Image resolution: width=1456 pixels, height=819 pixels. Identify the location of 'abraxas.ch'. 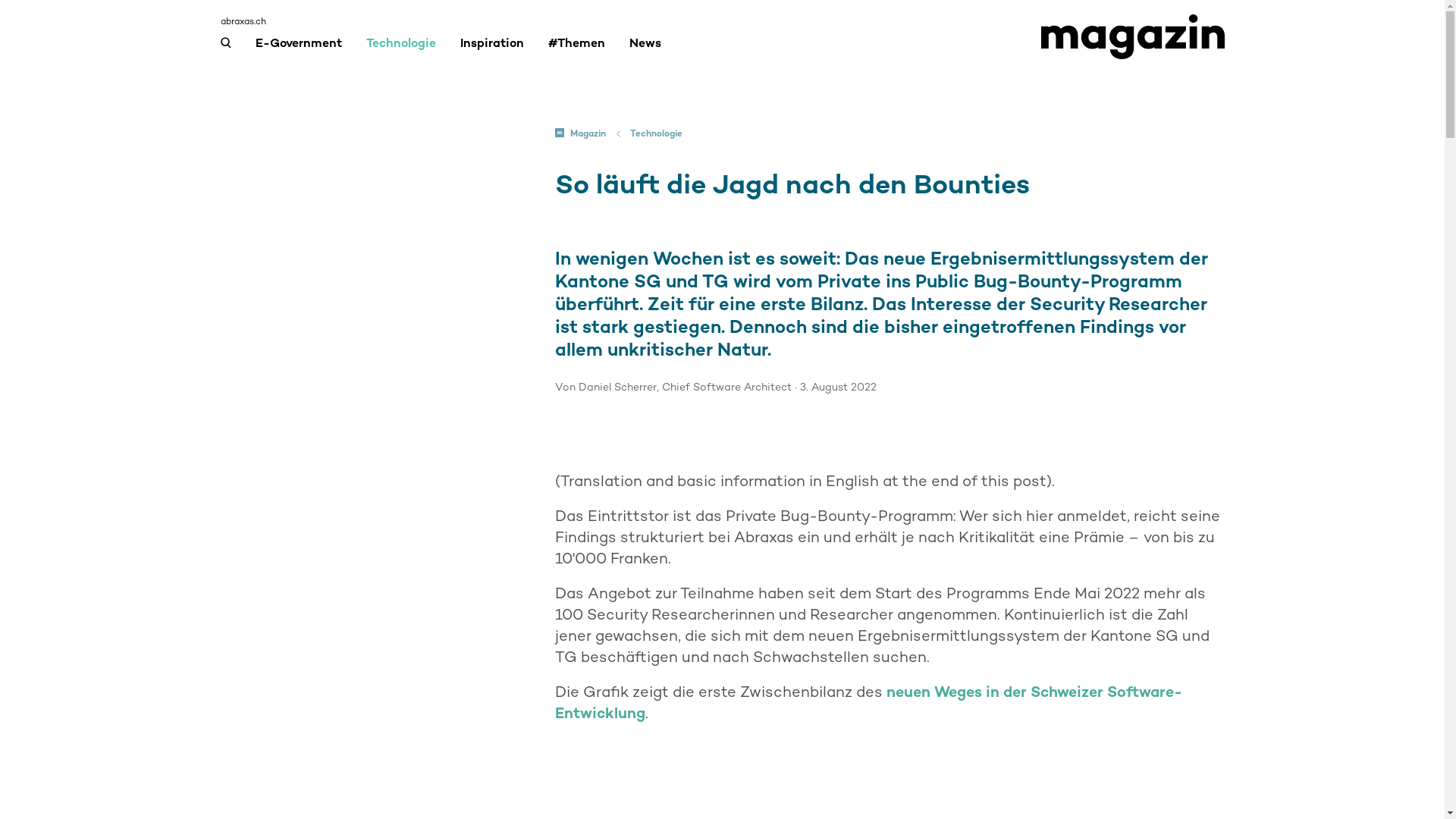
(243, 20).